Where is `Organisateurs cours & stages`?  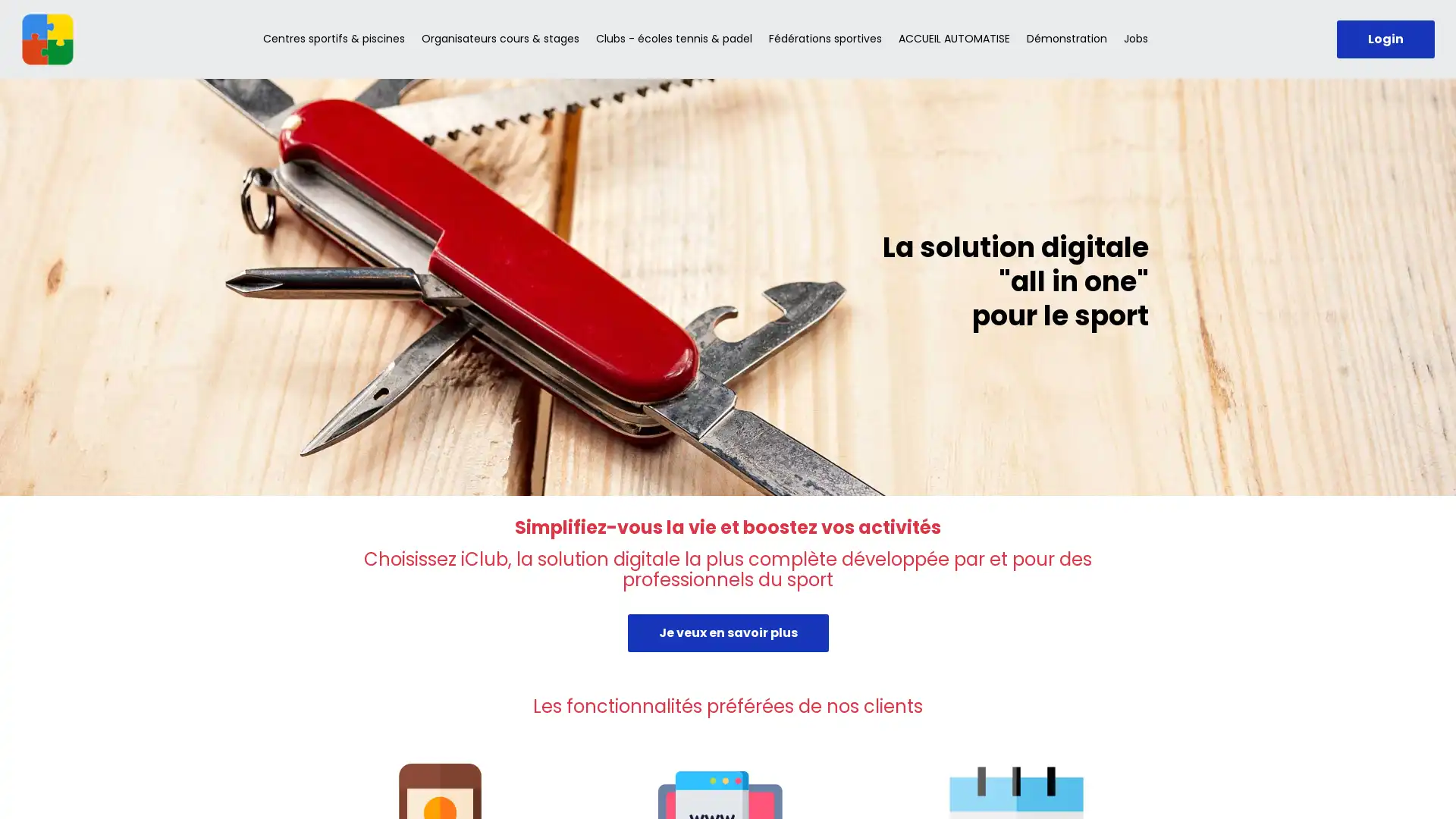 Organisateurs cours & stages is located at coordinates (499, 38).